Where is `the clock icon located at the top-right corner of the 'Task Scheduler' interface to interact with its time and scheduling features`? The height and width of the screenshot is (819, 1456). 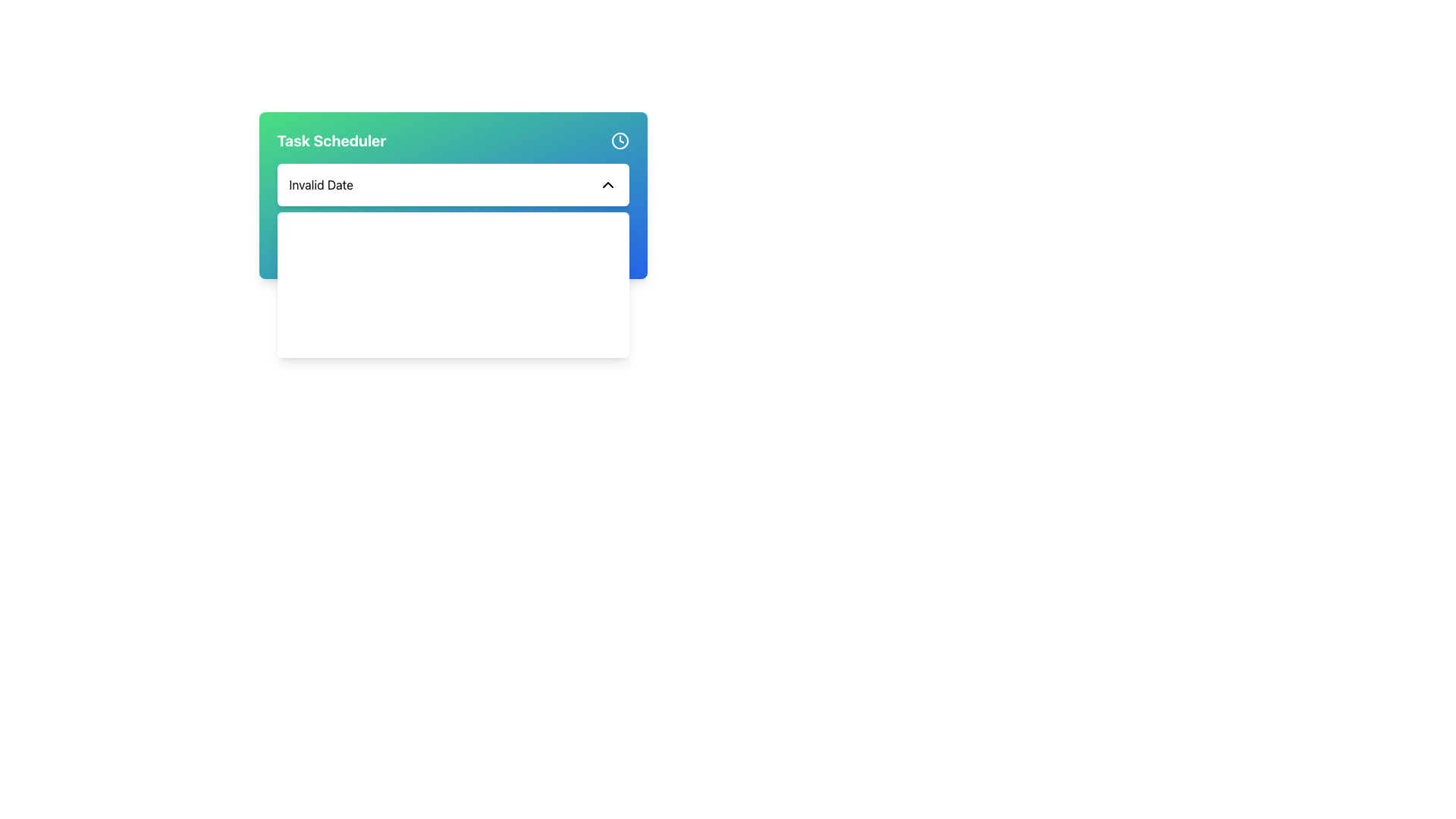 the clock icon located at the top-right corner of the 'Task Scheduler' interface to interact with its time and scheduling features is located at coordinates (620, 140).